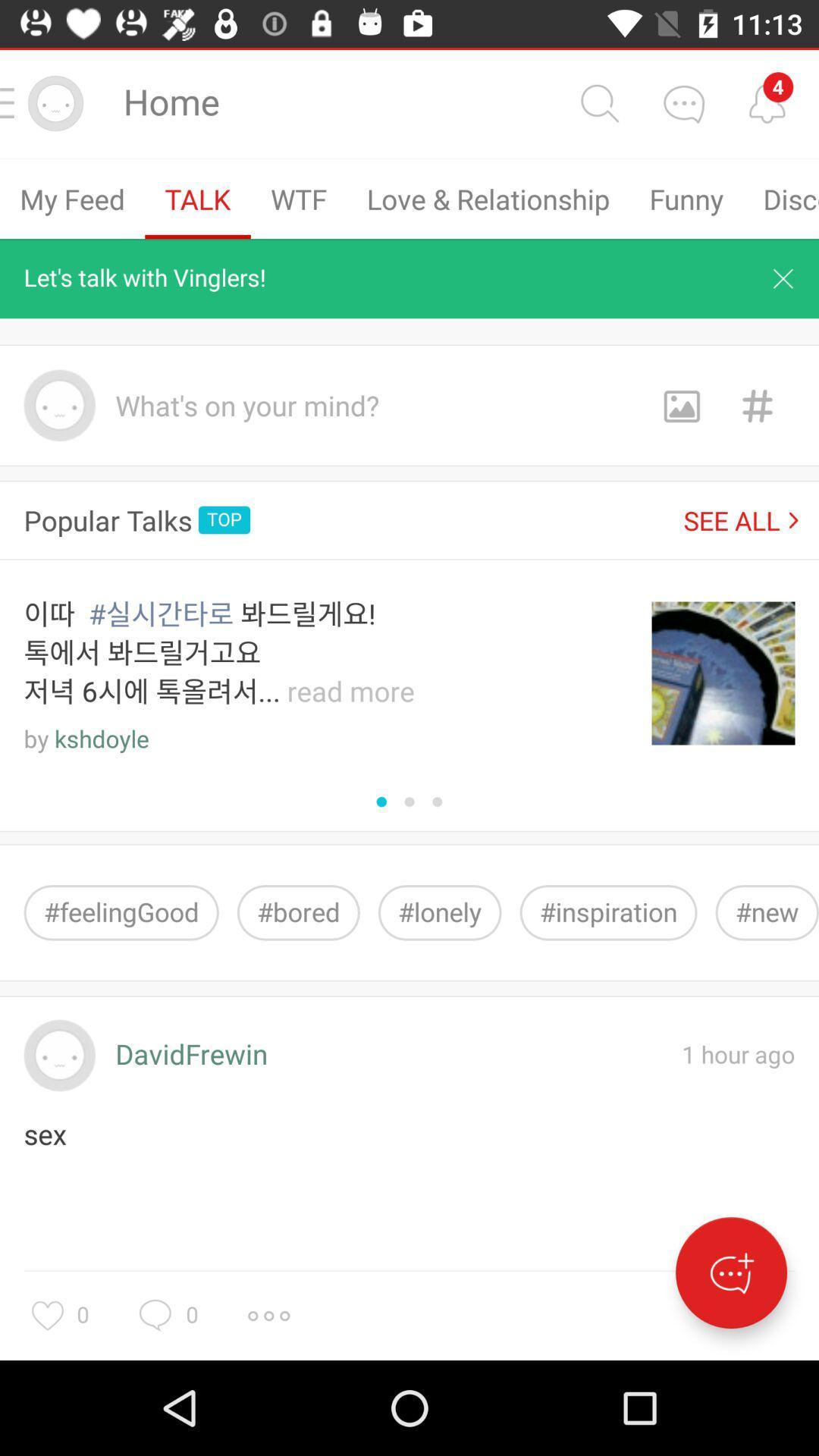 This screenshot has height=1456, width=819. Describe the element at coordinates (680, 405) in the screenshot. I see `gallery button` at that location.